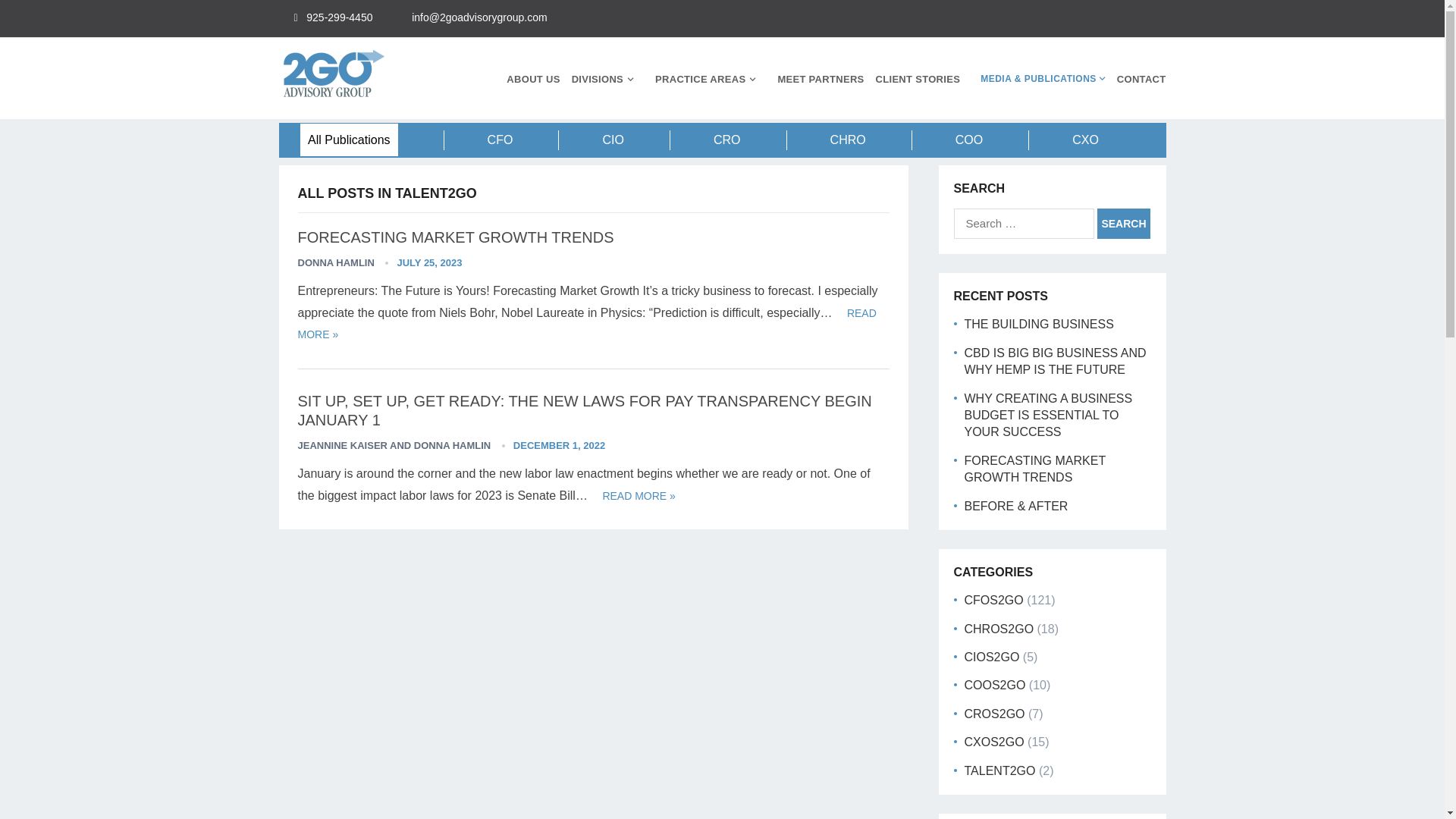  What do you see at coordinates (500, 140) in the screenshot?
I see `'CFO'` at bounding box center [500, 140].